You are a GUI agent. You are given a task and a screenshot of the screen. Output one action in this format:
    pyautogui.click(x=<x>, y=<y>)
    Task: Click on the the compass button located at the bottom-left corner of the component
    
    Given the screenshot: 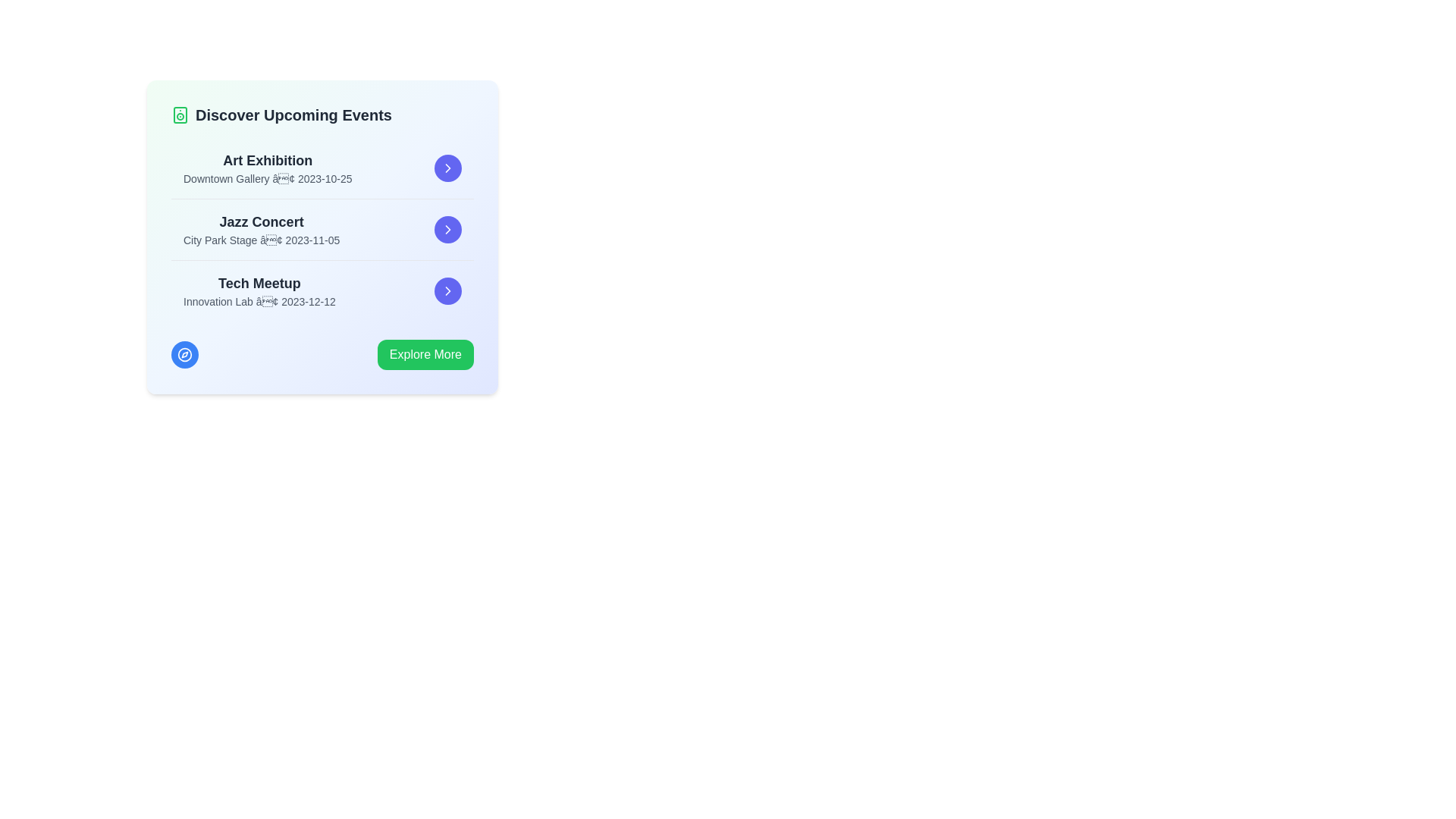 What is the action you would take?
    pyautogui.click(x=184, y=354)
    